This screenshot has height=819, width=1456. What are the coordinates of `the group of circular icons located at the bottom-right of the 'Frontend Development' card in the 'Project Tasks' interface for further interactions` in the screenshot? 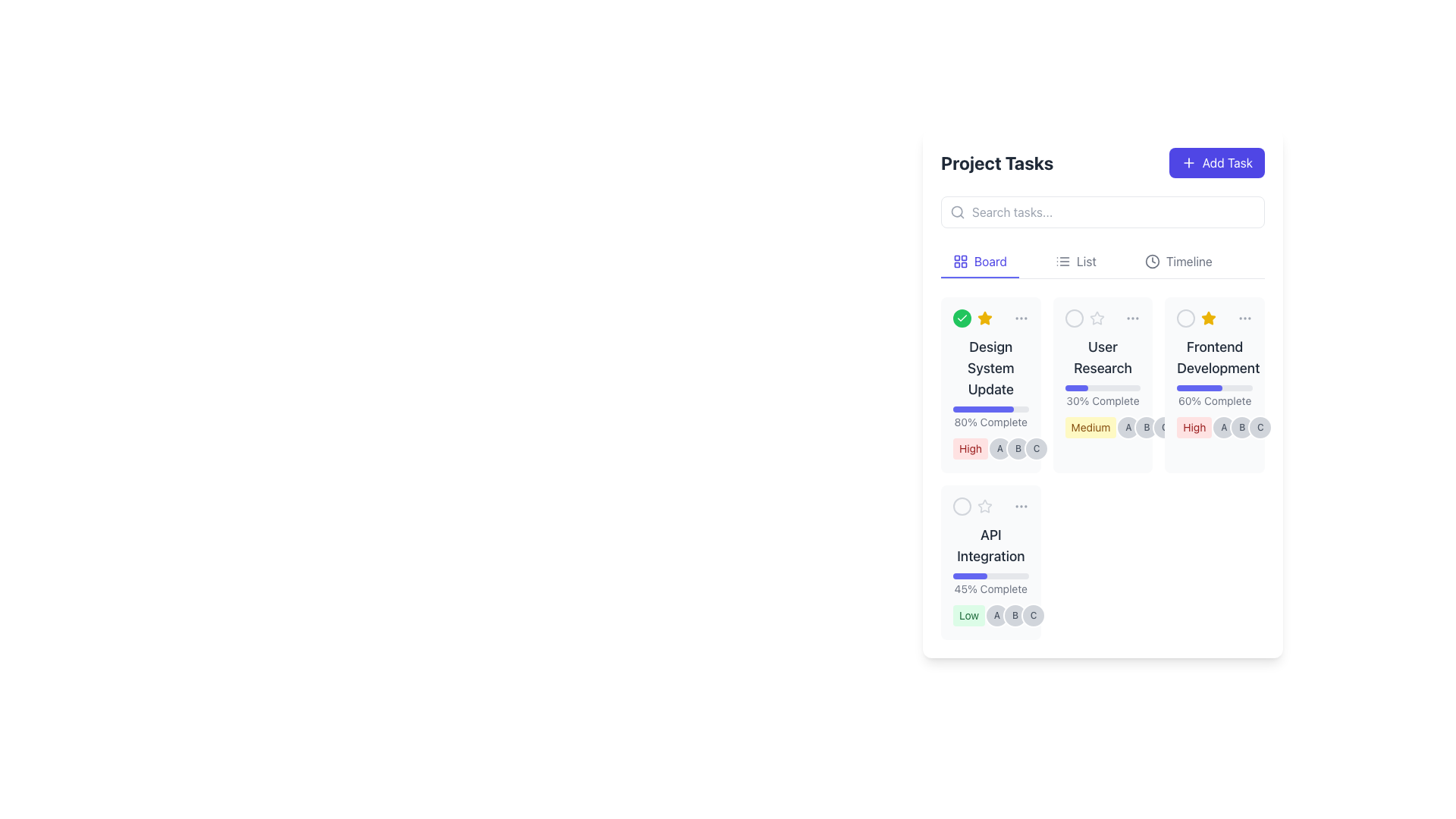 It's located at (1242, 427).